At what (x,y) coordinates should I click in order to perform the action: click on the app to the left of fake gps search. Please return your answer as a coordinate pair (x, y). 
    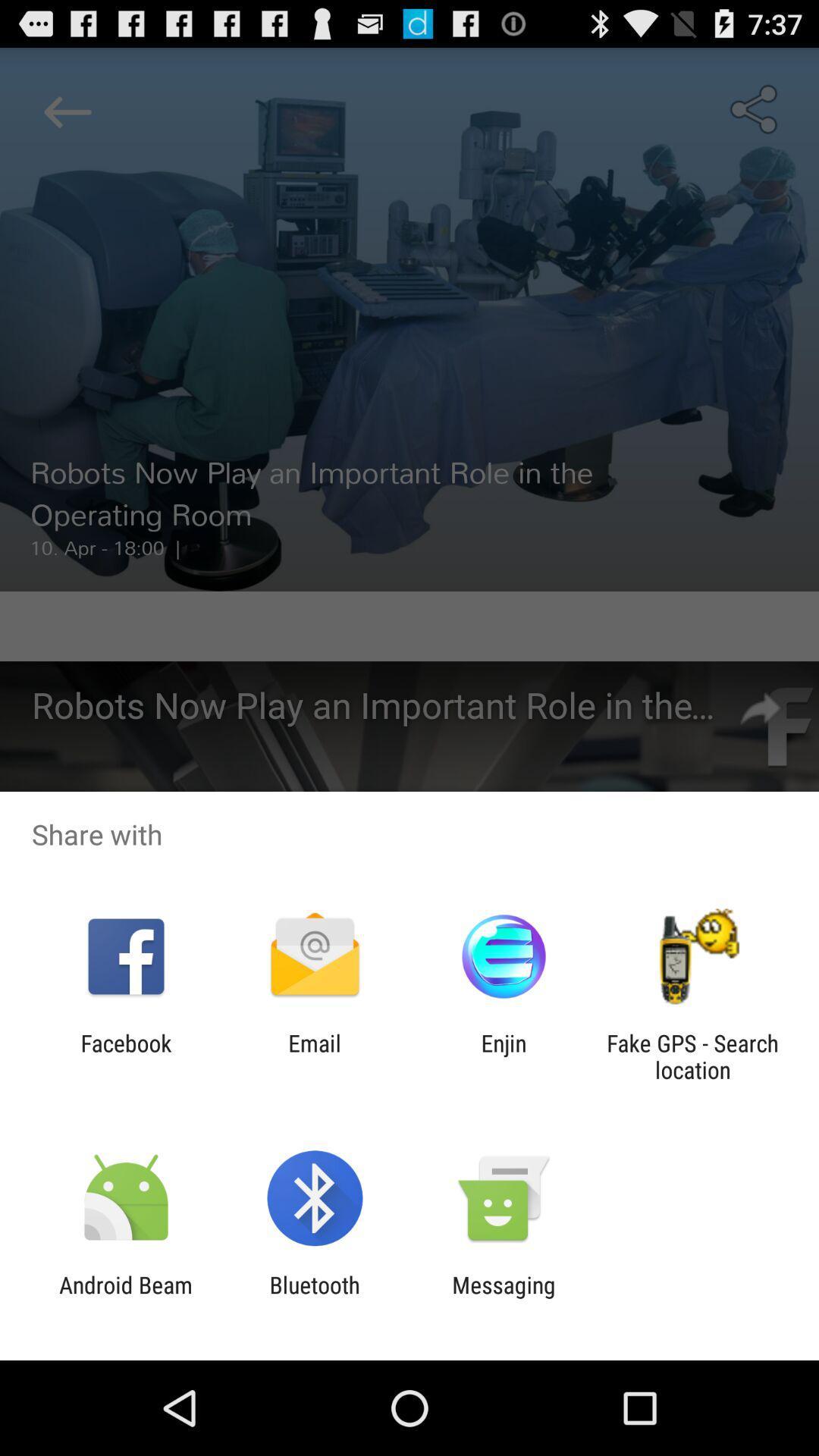
    Looking at the image, I should click on (504, 1056).